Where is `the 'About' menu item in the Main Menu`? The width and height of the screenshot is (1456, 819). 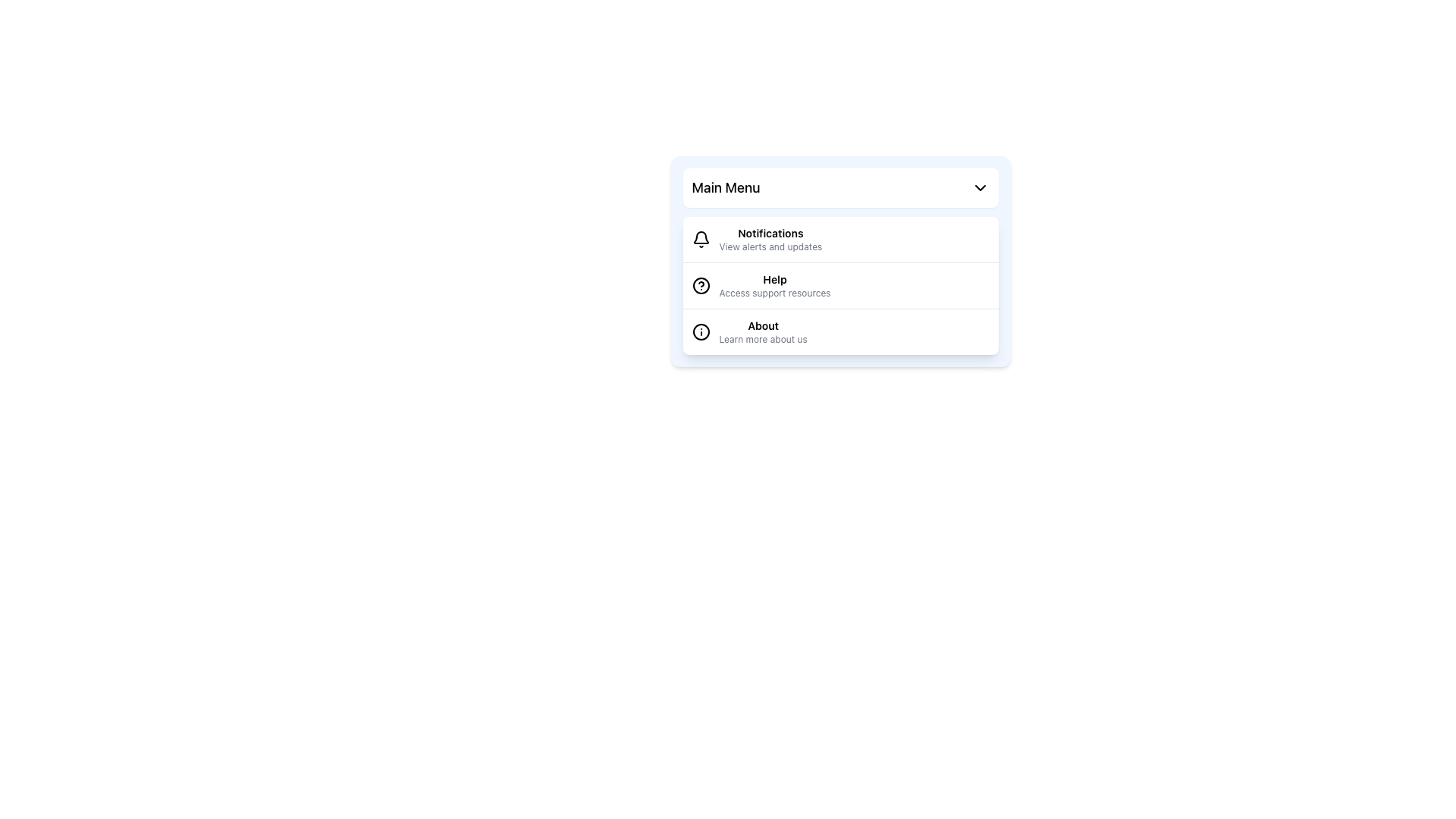 the 'About' menu item in the Main Menu is located at coordinates (763, 331).